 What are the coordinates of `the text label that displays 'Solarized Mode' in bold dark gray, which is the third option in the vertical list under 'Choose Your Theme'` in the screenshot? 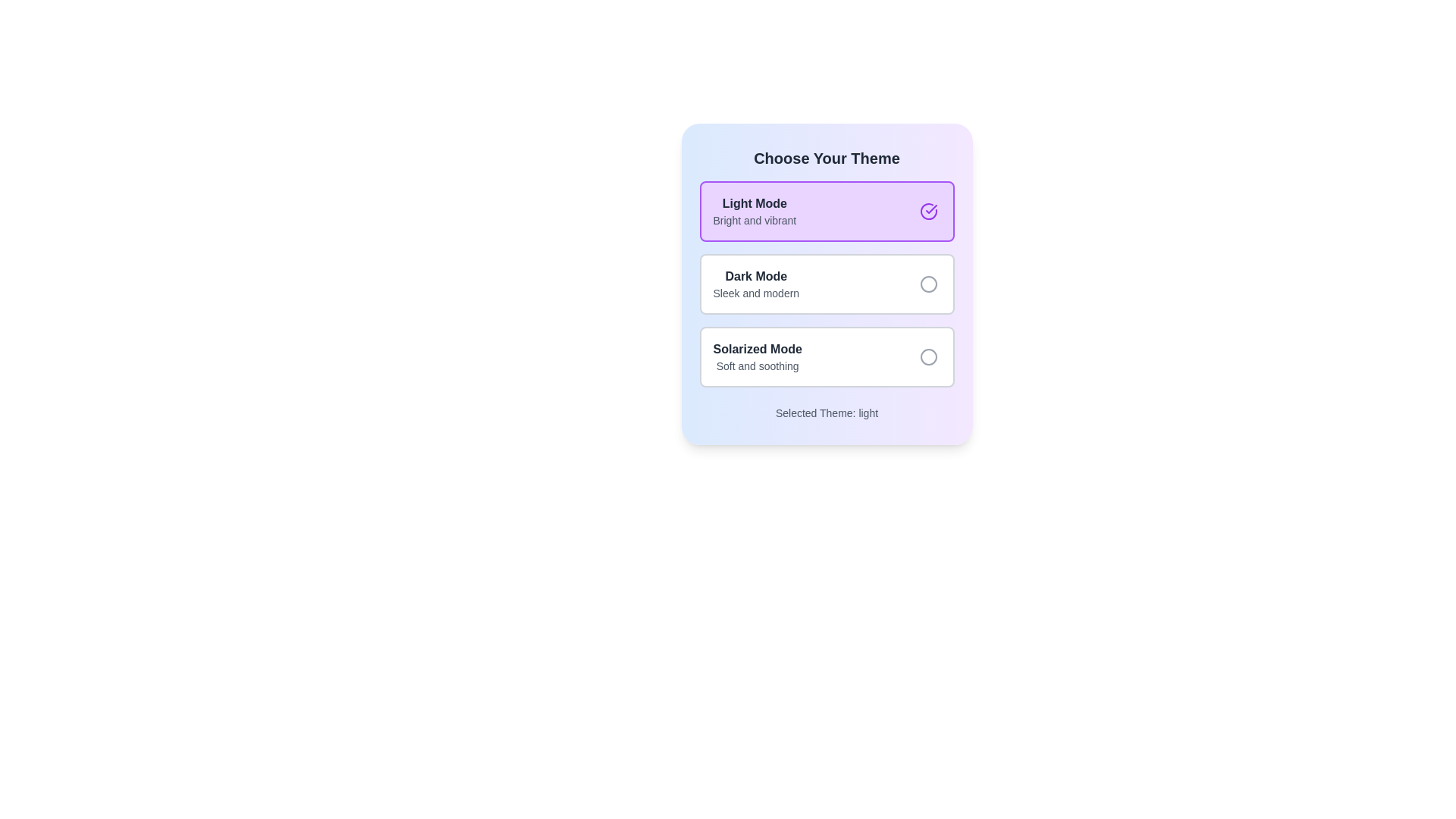 It's located at (764, 356).